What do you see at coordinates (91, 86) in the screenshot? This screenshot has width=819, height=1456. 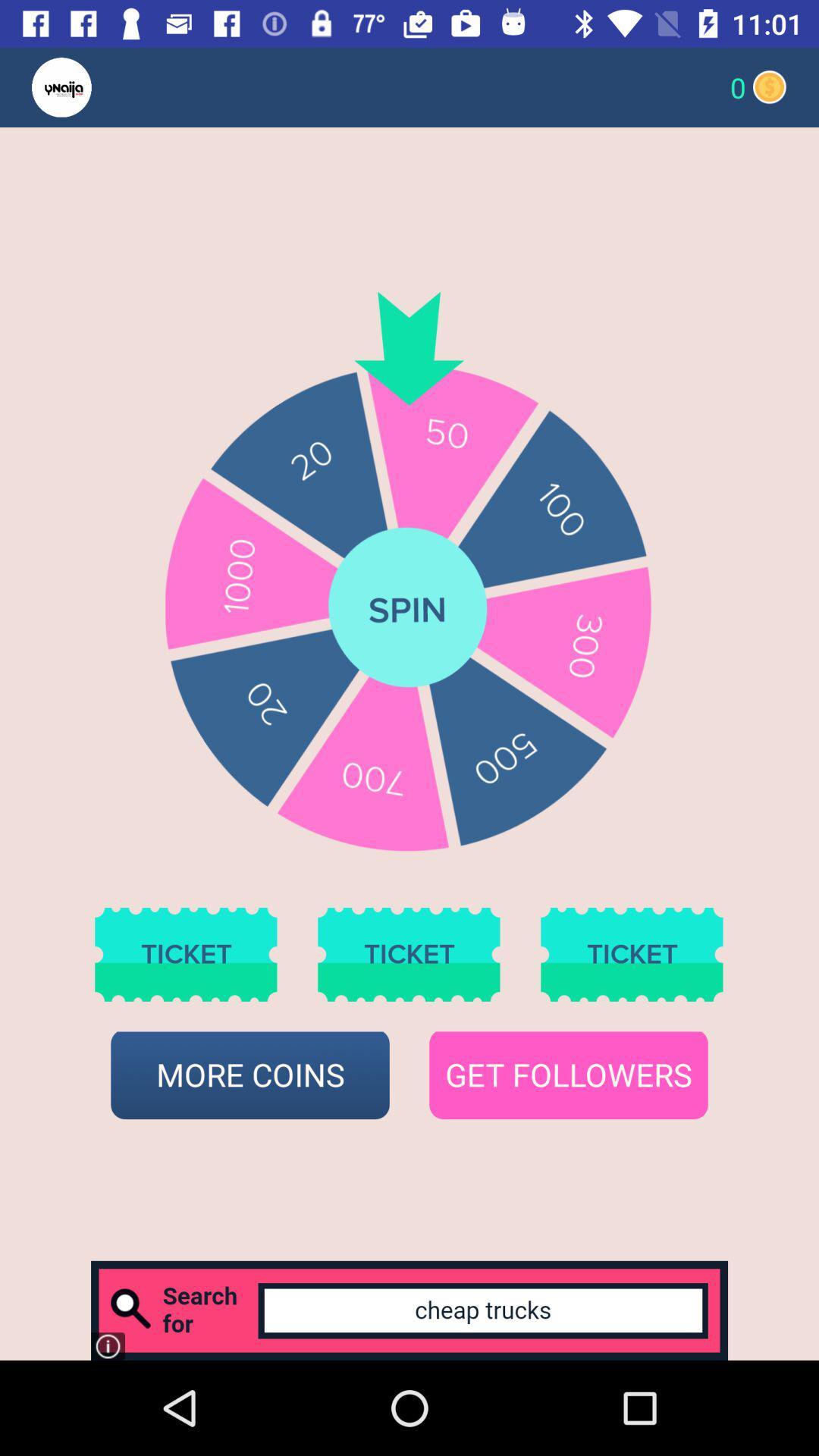 I see `visit our homepage` at bounding box center [91, 86].